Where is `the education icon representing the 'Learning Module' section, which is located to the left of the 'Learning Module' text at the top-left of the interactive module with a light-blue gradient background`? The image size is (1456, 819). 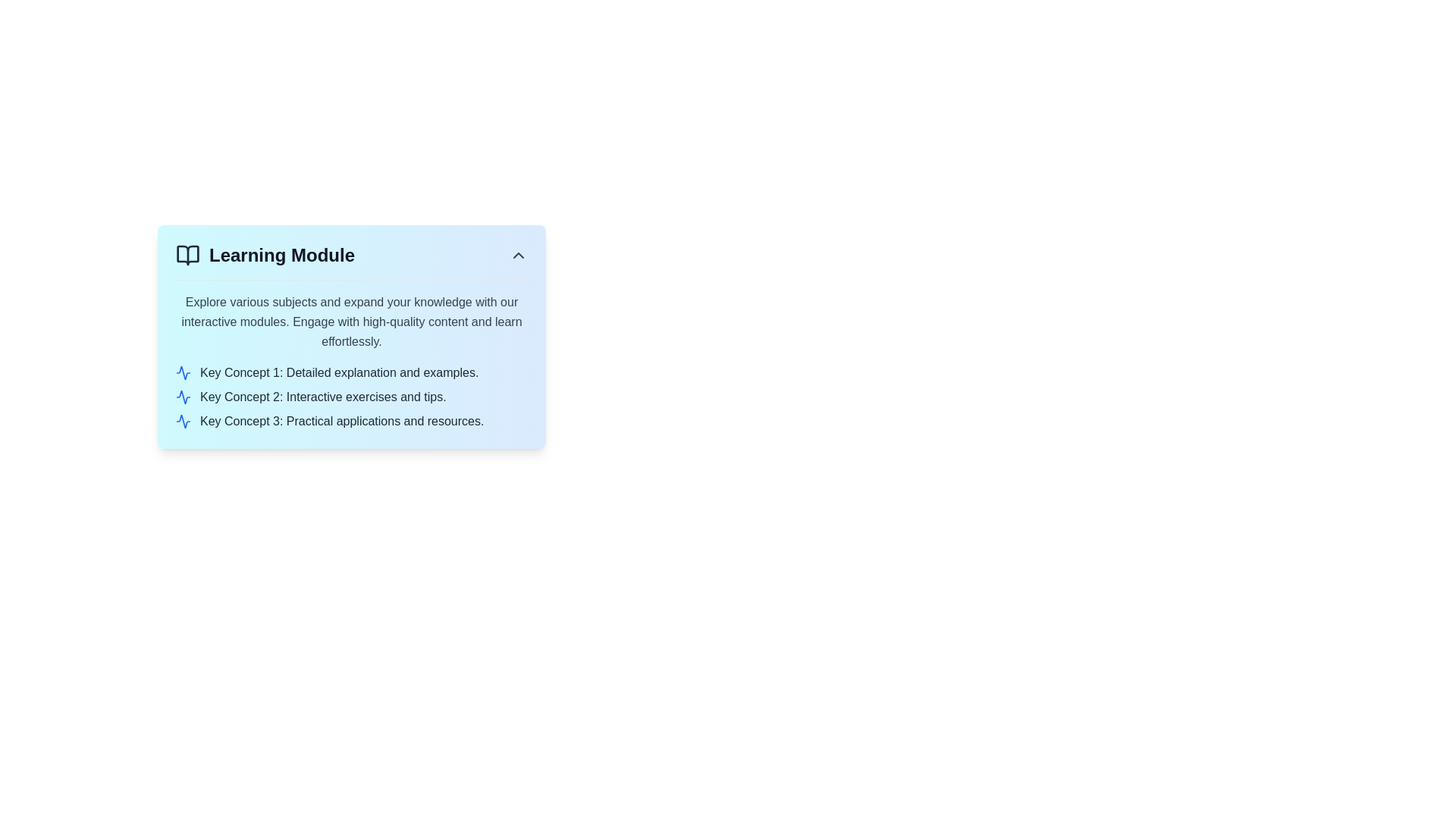 the education icon representing the 'Learning Module' section, which is located to the left of the 'Learning Module' text at the top-left of the interactive module with a light-blue gradient background is located at coordinates (187, 254).